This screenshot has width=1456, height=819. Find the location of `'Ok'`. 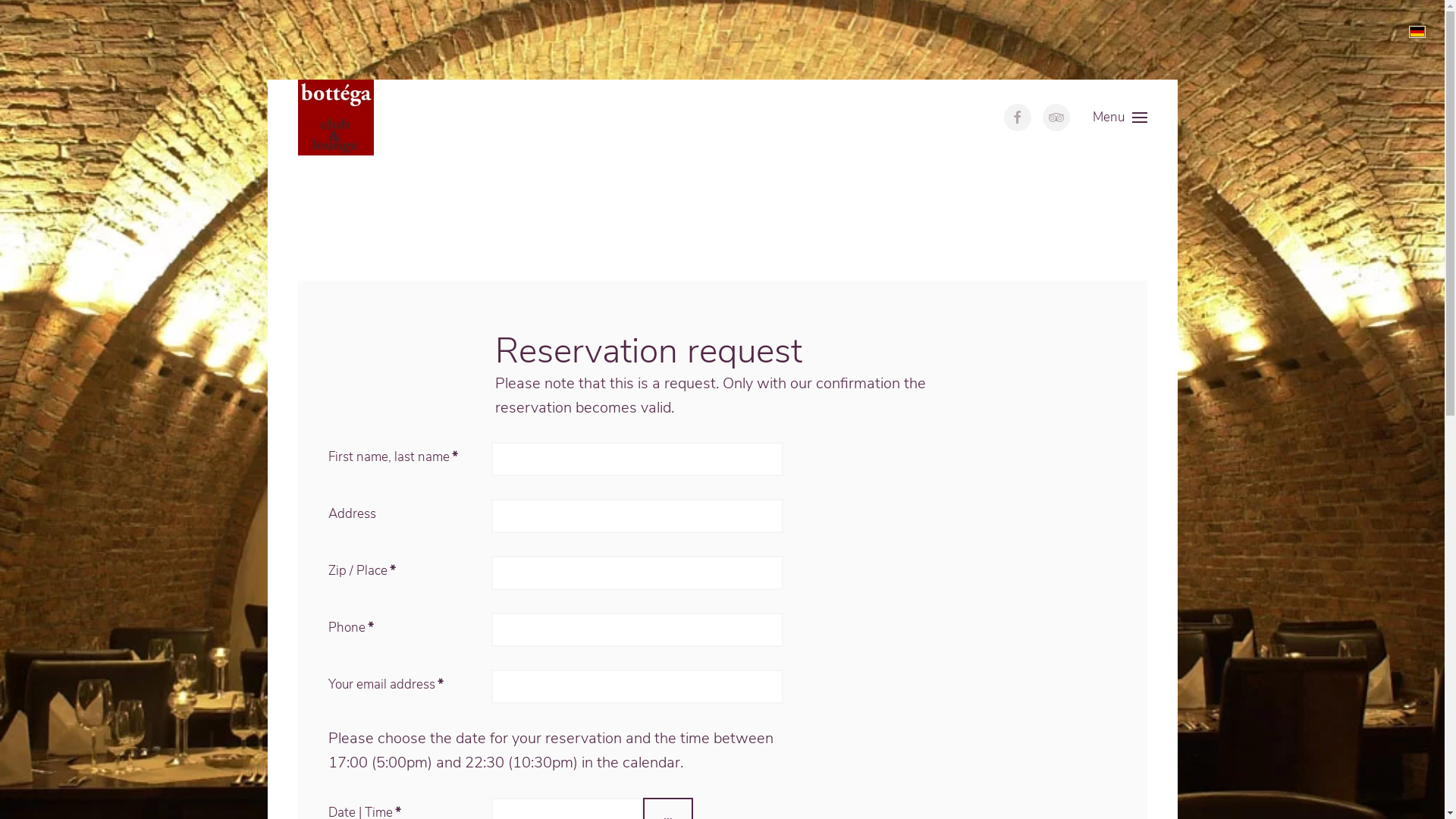

'Ok' is located at coordinates (1103, 39).